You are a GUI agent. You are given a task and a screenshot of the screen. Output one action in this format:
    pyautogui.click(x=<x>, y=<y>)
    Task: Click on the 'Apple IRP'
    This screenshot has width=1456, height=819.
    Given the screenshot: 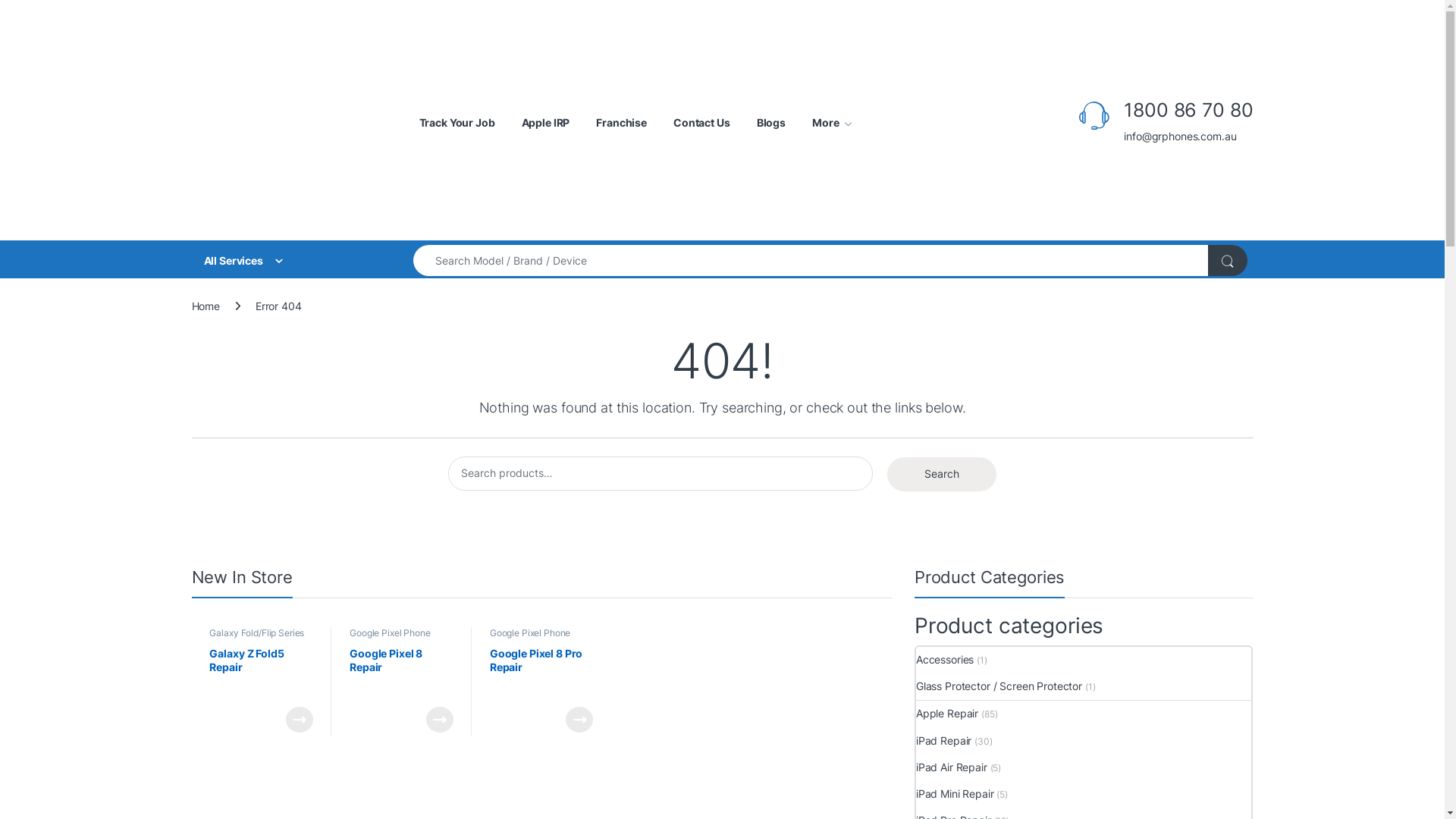 What is the action you would take?
    pyautogui.click(x=546, y=122)
    